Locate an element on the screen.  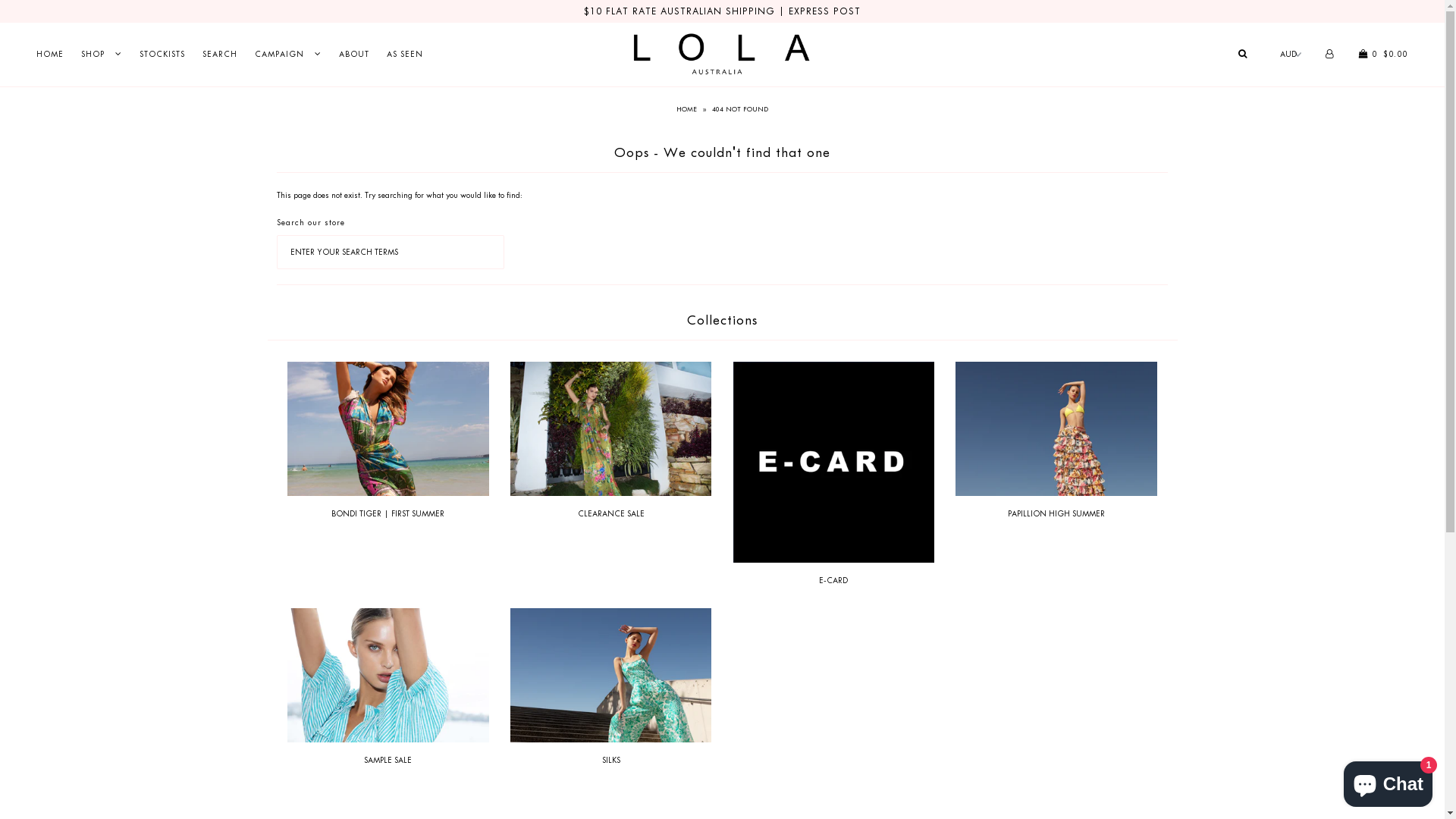
'SEARCH' is located at coordinates (218, 53).